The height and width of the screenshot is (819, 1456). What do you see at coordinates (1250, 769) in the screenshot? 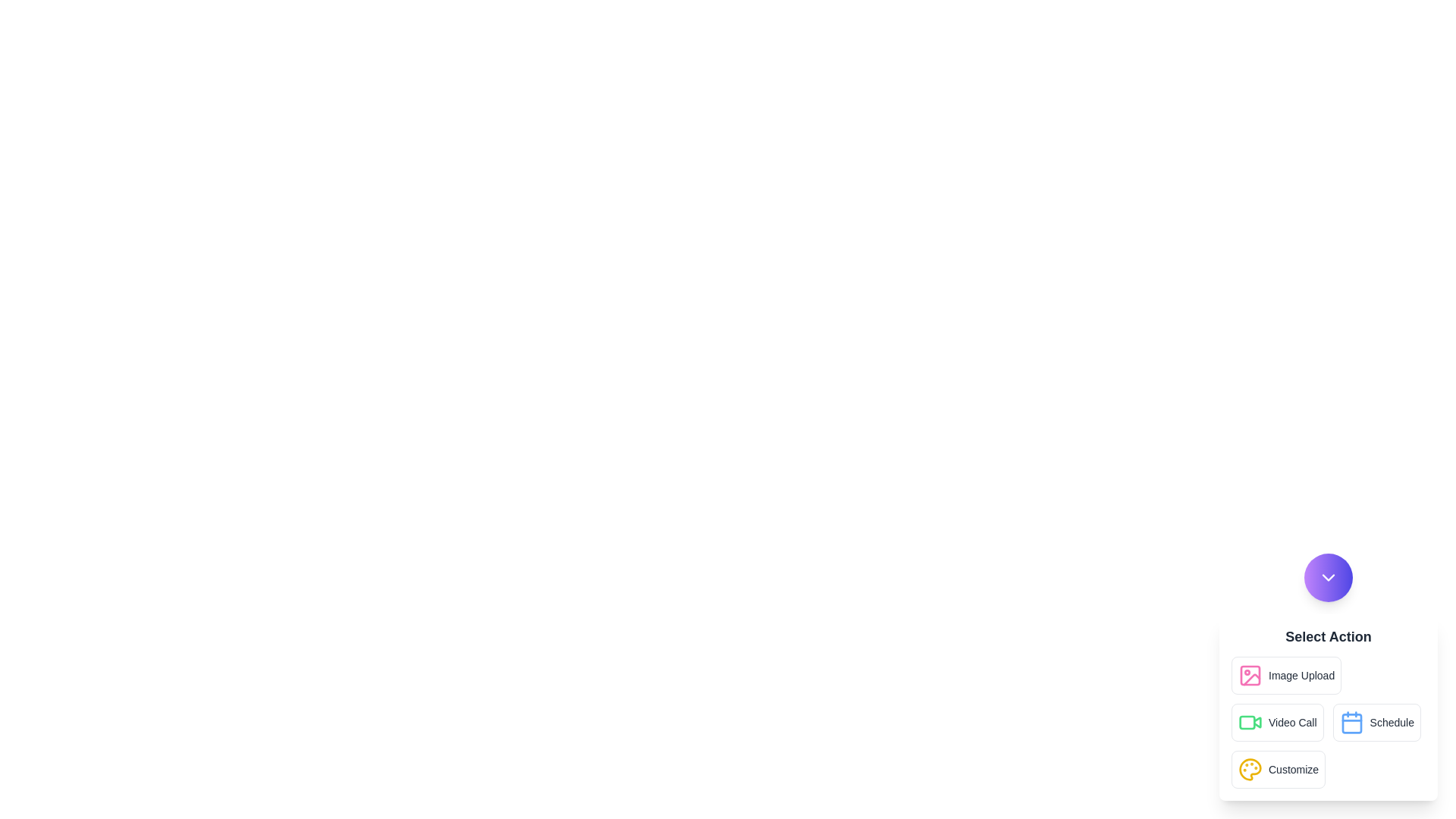
I see `the circular palette icon with smaller circular shapes representing paint colors, located next to the 'Customize' text at the bottom of a vertical list of options` at bounding box center [1250, 769].